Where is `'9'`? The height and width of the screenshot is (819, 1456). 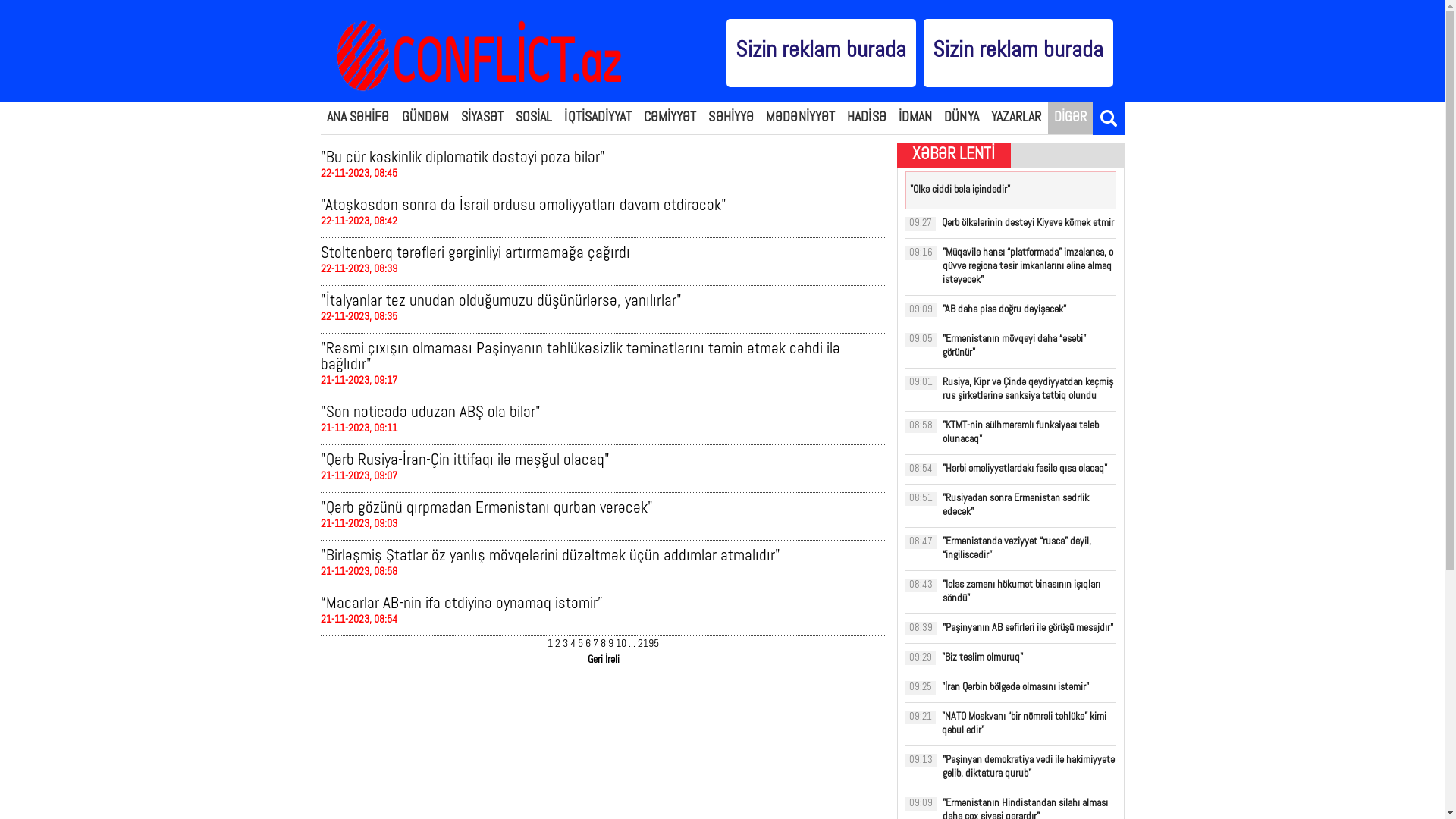
'9' is located at coordinates (610, 644).